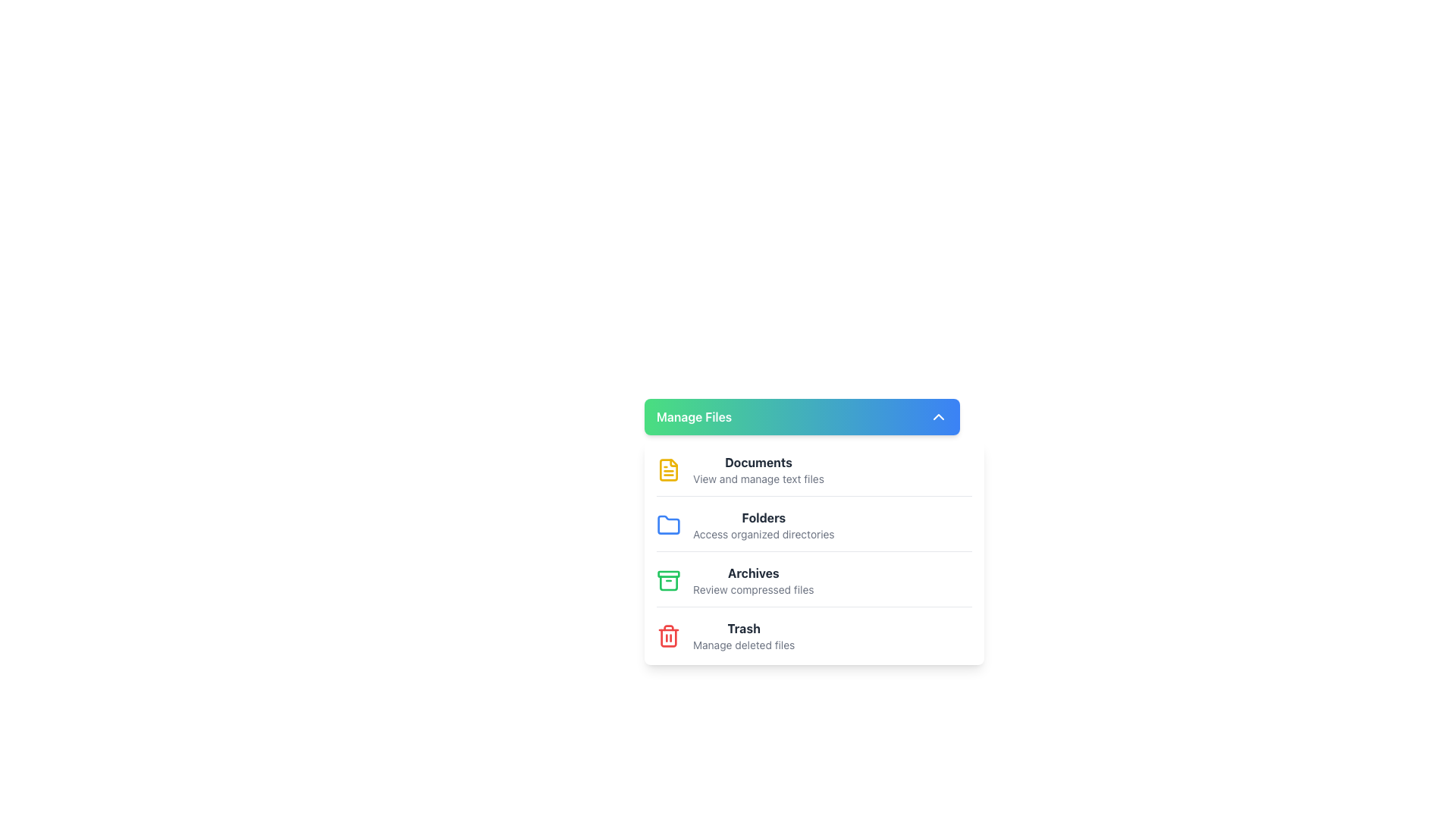 The image size is (1456, 819). What do you see at coordinates (668, 523) in the screenshot?
I see `the folder icon within the 'Folders' menu item, which is located directly below 'Documents' and above 'Archives'` at bounding box center [668, 523].